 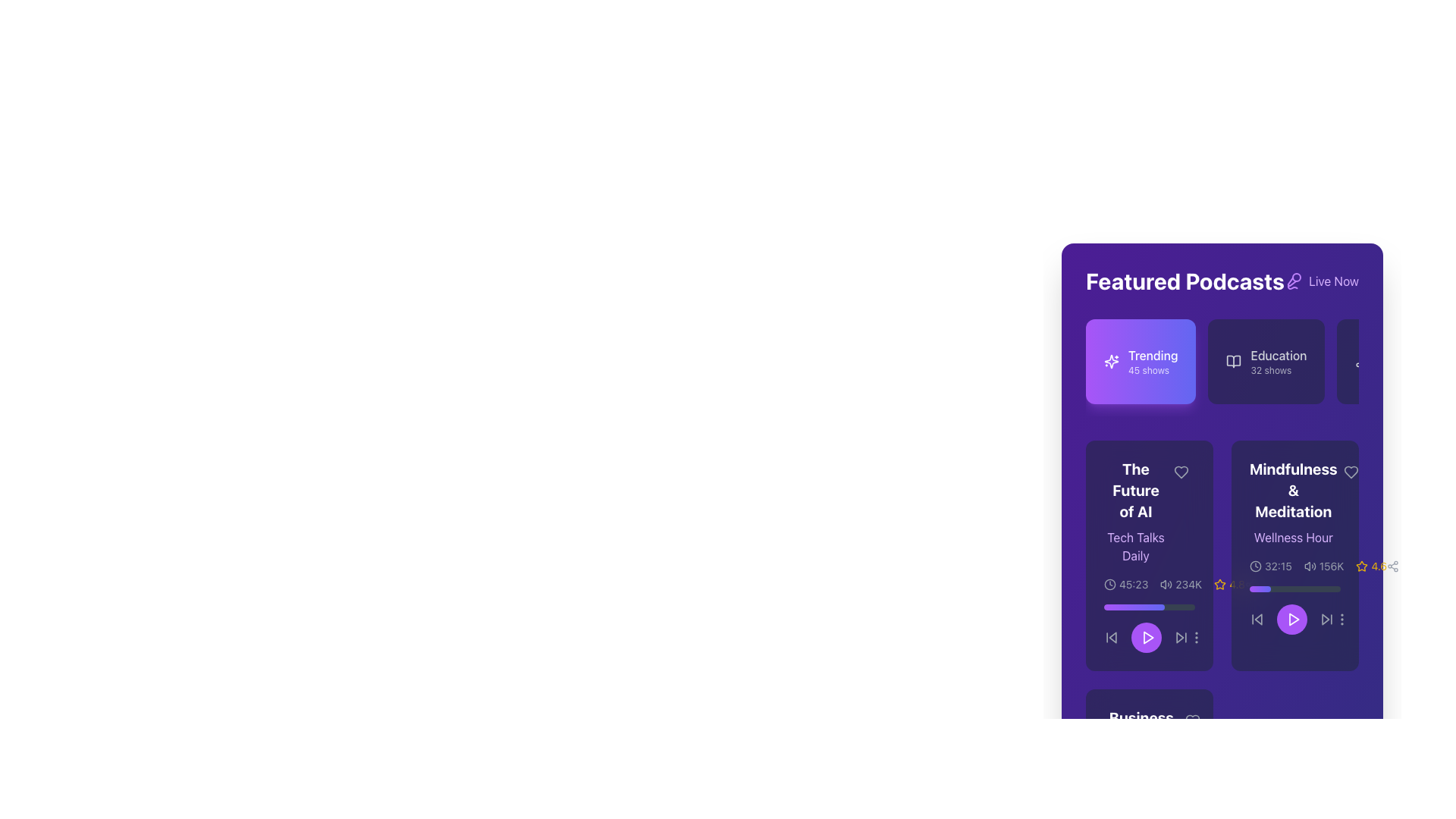 I want to click on category title 'Education' which labels the content in the 'Education' section, positioned above '32 shows' in the 'Featured Podcasts' section, so click(x=1278, y=356).